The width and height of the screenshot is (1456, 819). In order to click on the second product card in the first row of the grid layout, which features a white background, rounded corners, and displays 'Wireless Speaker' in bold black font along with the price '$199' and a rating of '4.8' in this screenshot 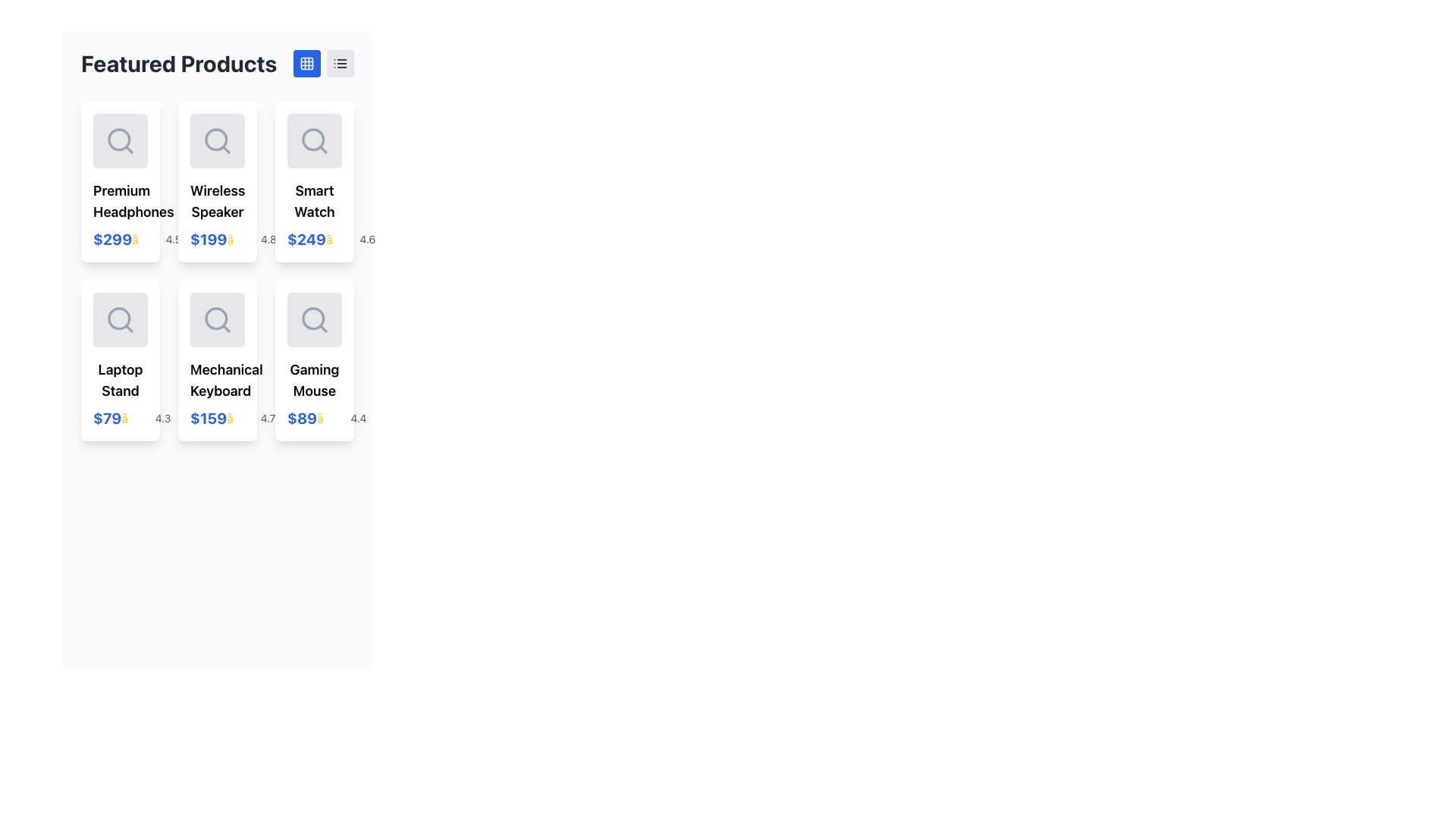, I will do `click(217, 180)`.